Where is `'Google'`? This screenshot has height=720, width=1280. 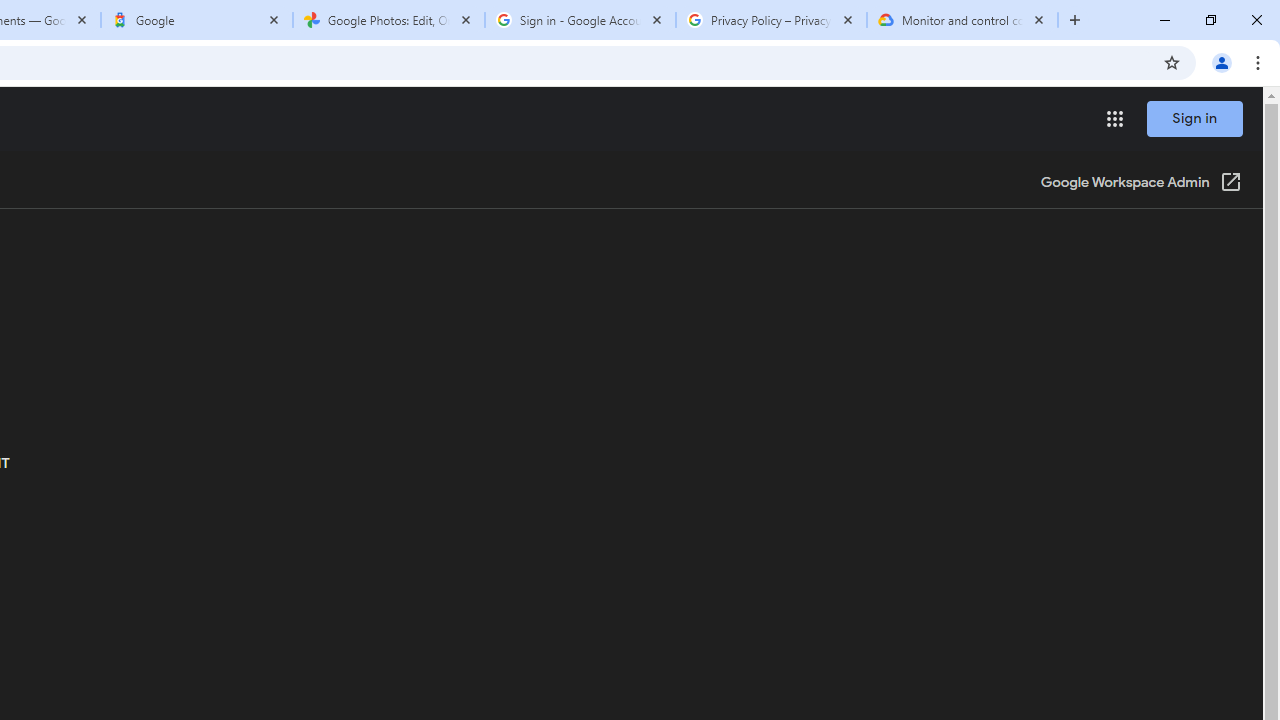 'Google' is located at coordinates (197, 20).